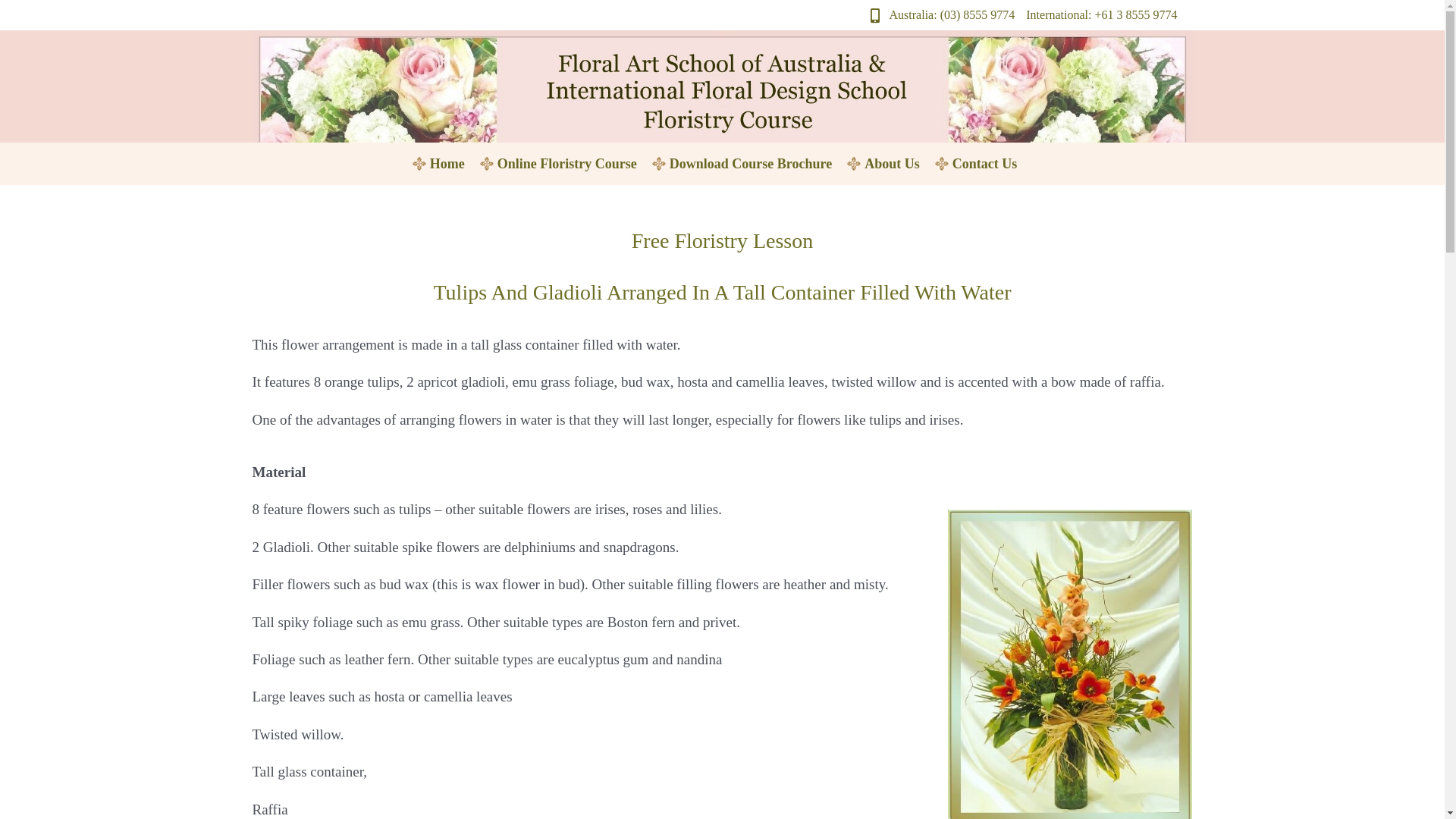  Describe the element at coordinates (985, 164) in the screenshot. I see `'Contact Us'` at that location.